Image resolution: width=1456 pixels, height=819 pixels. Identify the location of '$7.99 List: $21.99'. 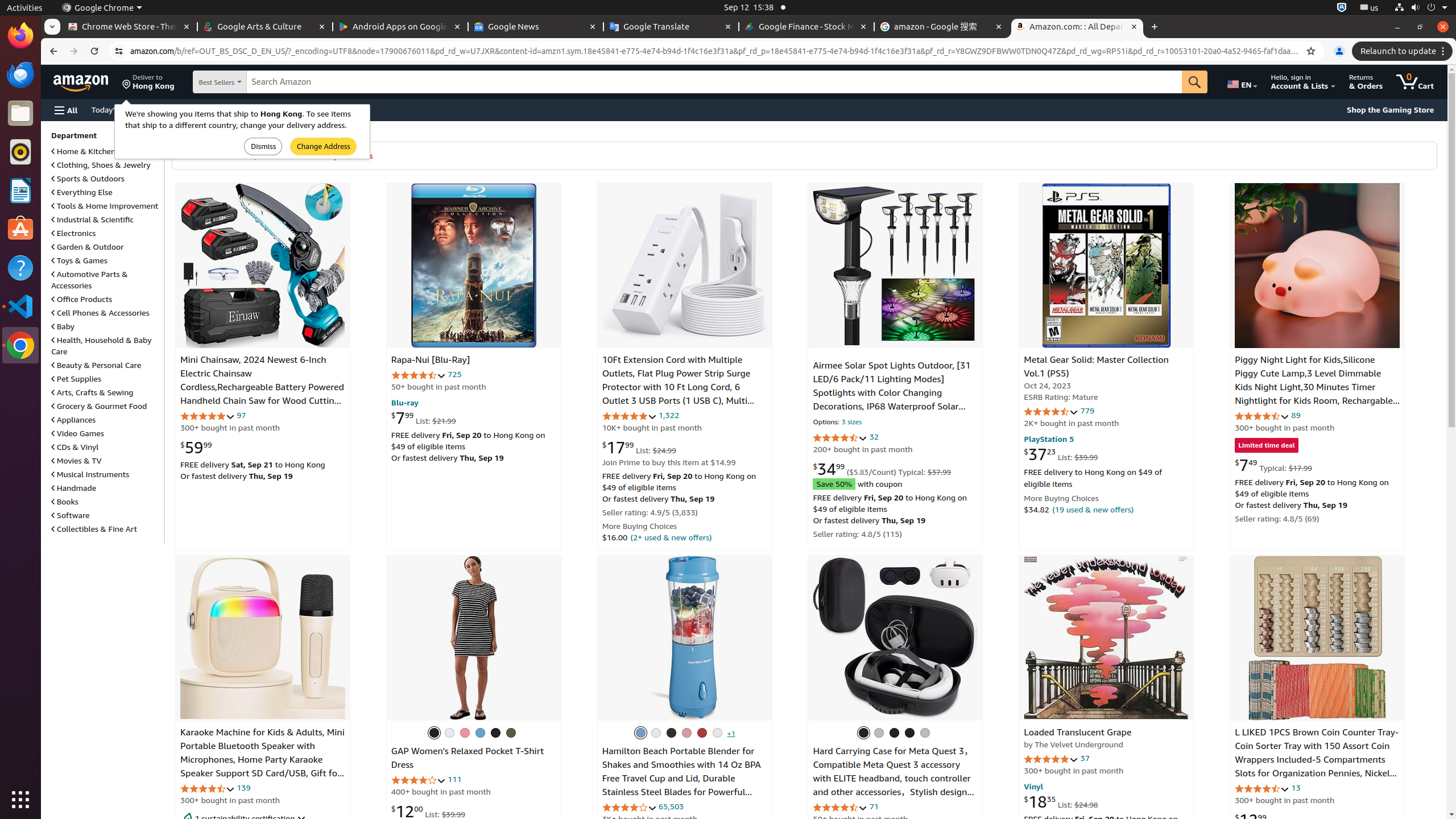
(423, 416).